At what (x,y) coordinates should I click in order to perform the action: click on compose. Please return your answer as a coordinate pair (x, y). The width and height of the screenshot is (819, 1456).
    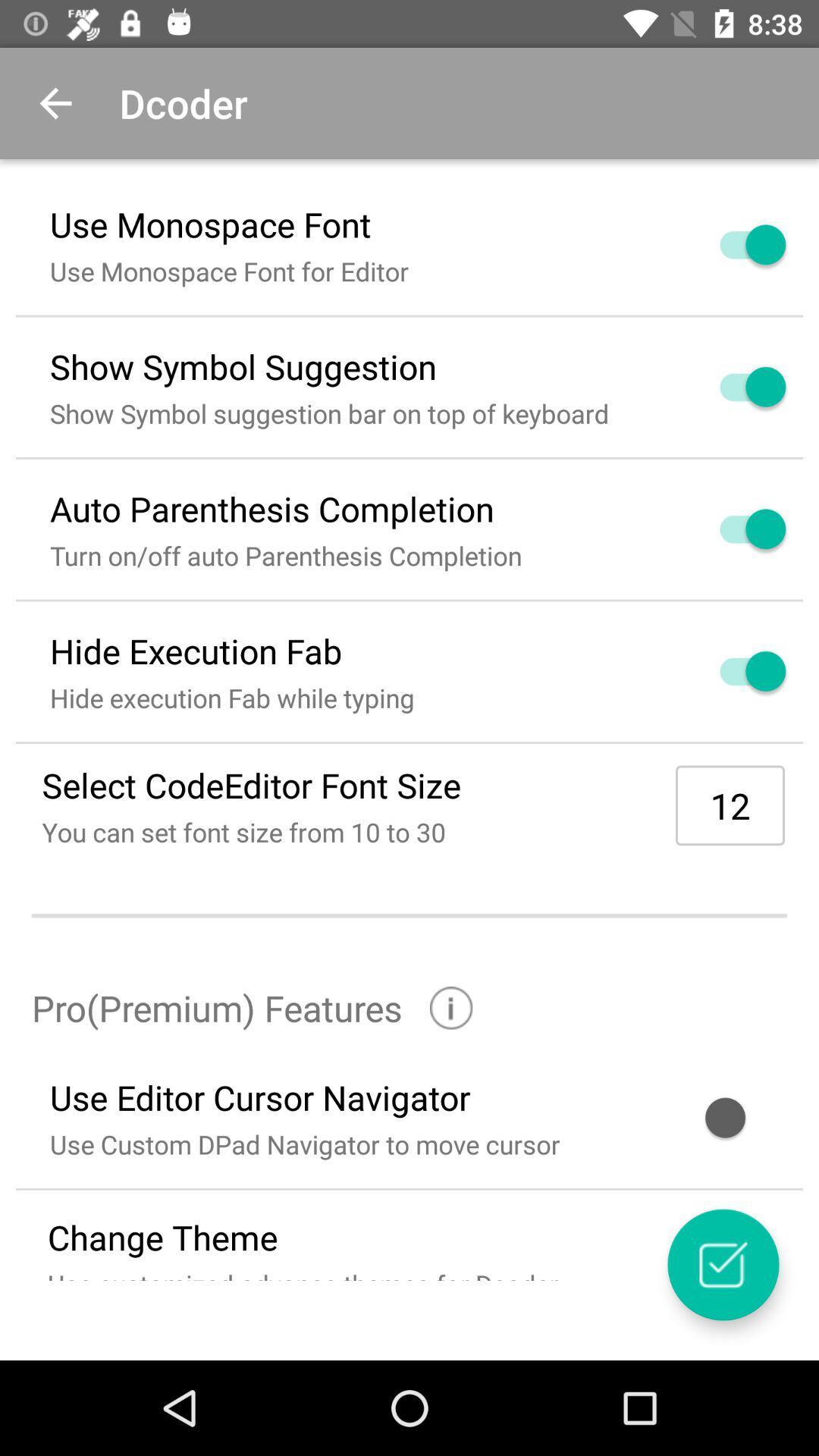
    Looking at the image, I should click on (722, 1264).